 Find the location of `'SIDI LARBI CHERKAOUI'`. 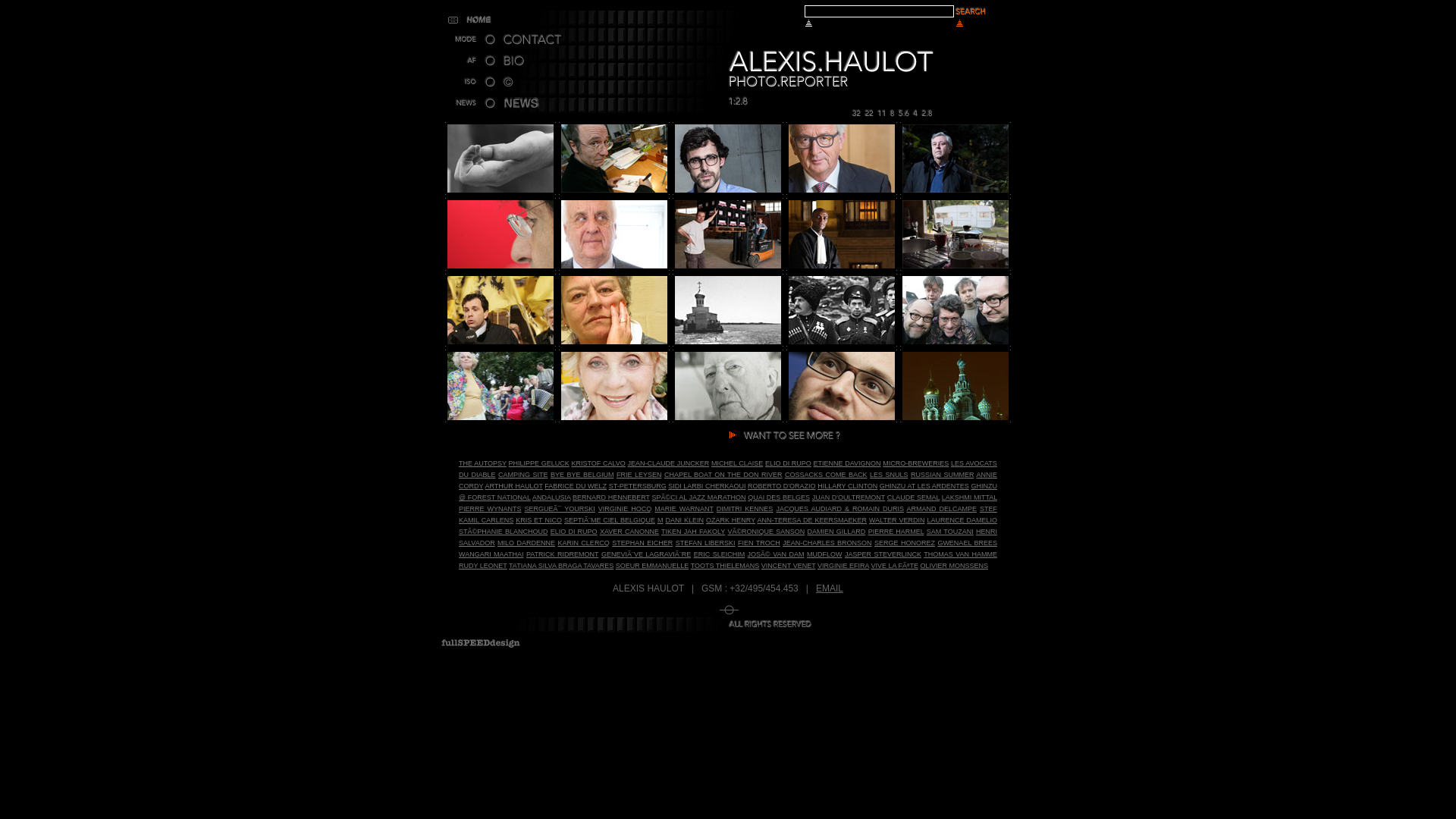

'SIDI LARBI CHERKAOUI' is located at coordinates (705, 485).